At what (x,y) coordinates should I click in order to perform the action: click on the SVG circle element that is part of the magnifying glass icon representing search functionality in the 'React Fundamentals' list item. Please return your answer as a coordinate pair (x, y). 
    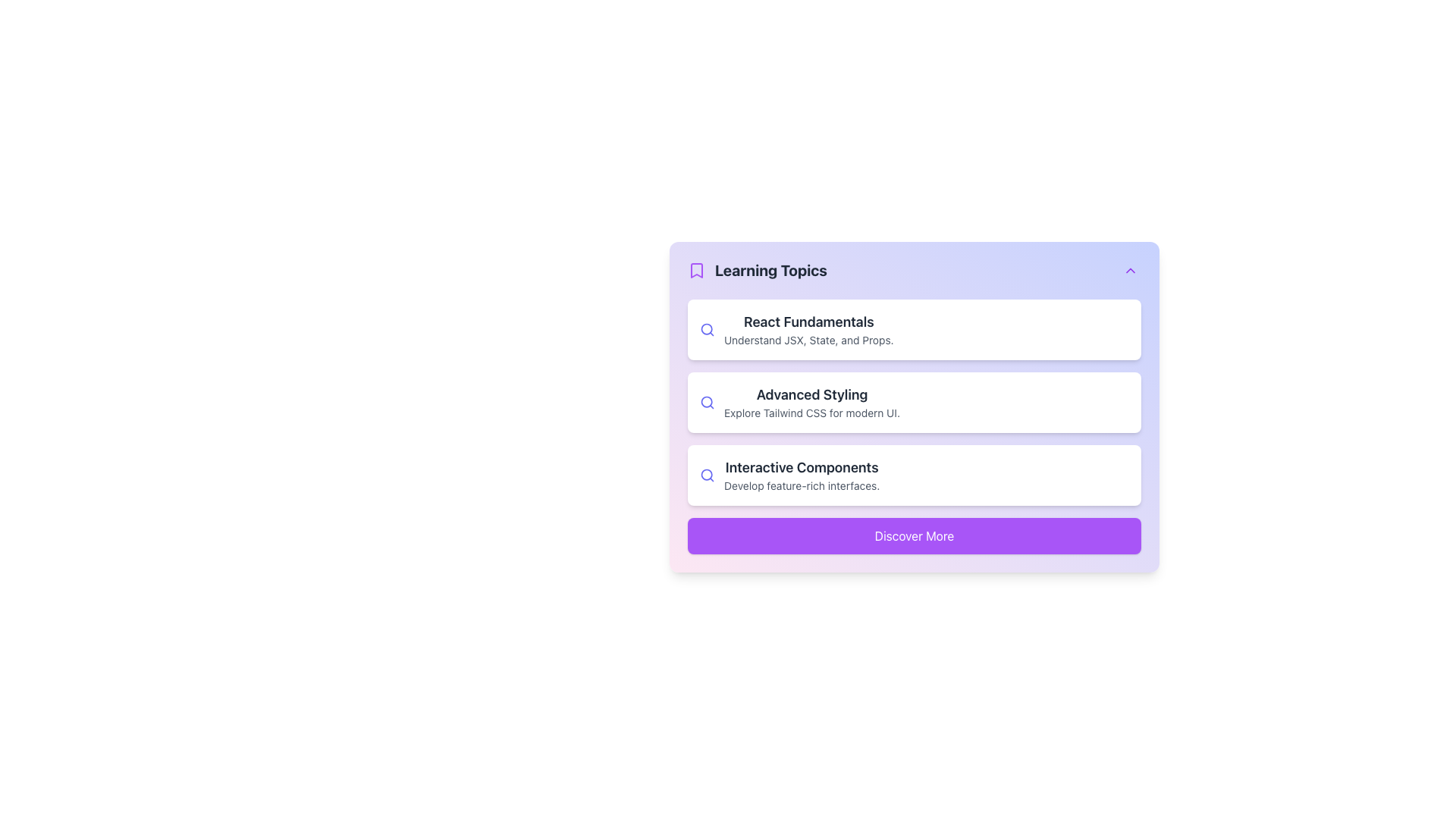
    Looking at the image, I should click on (706, 328).